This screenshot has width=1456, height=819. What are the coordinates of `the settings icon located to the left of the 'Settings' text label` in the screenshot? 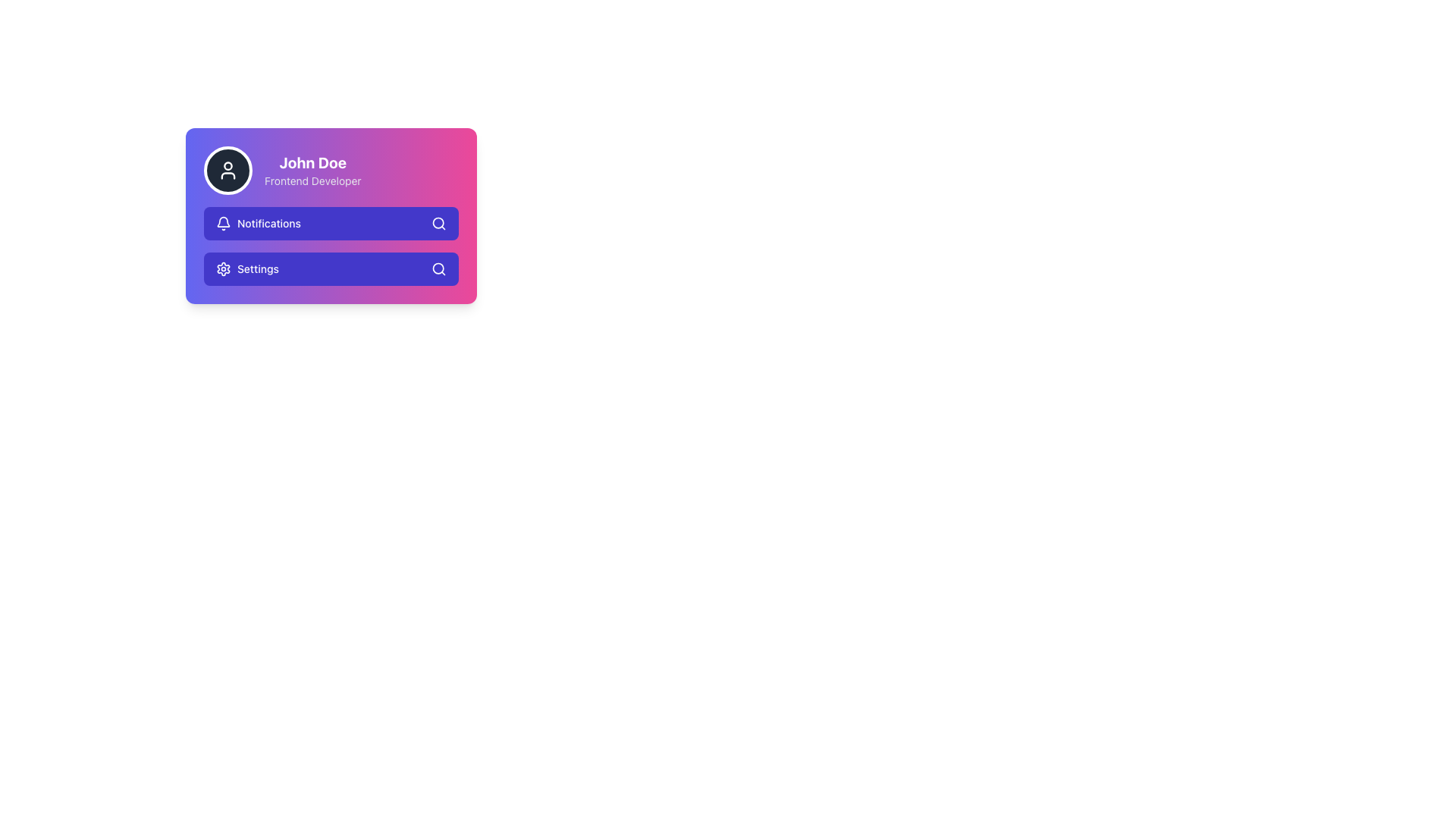 It's located at (222, 268).